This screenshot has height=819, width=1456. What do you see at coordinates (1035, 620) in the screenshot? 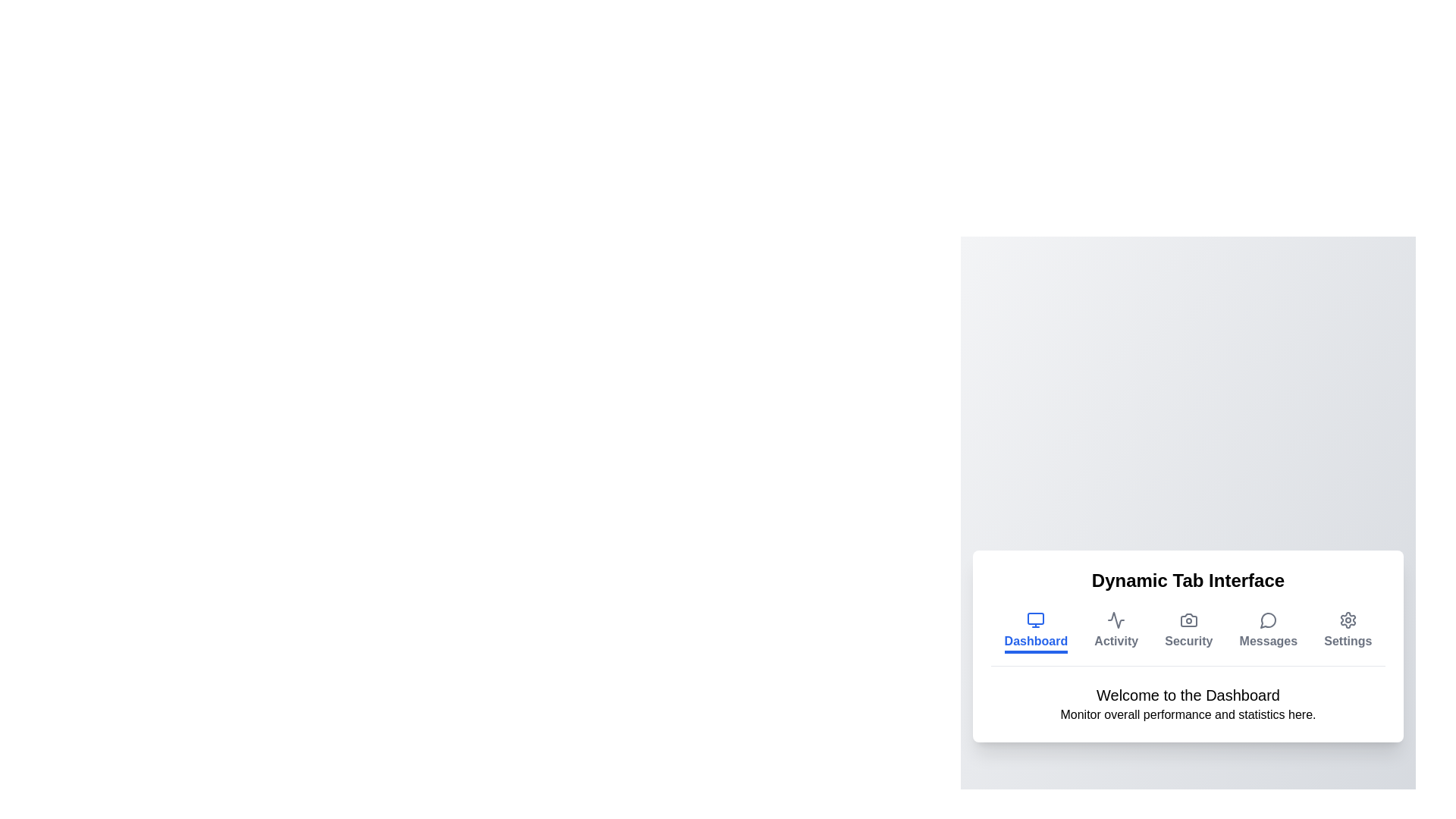
I see `the visual feedback of the 'Dashboard' icon located at the top-left of the navigation bar, which is represented by an SVG-based line drawing` at bounding box center [1035, 620].